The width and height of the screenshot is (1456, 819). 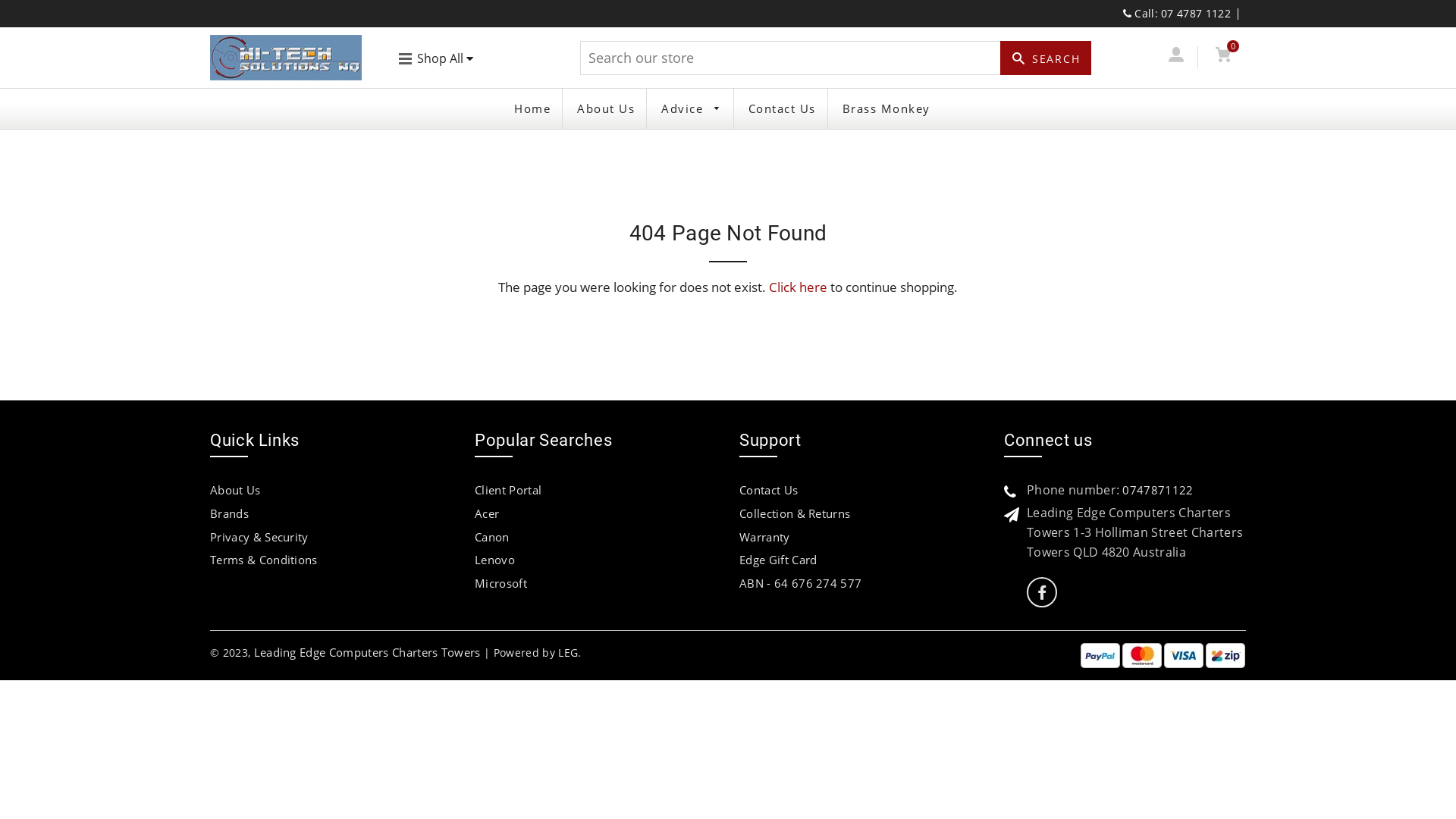 What do you see at coordinates (1123, 14) in the screenshot?
I see `'Call: 07 4787 1122'` at bounding box center [1123, 14].